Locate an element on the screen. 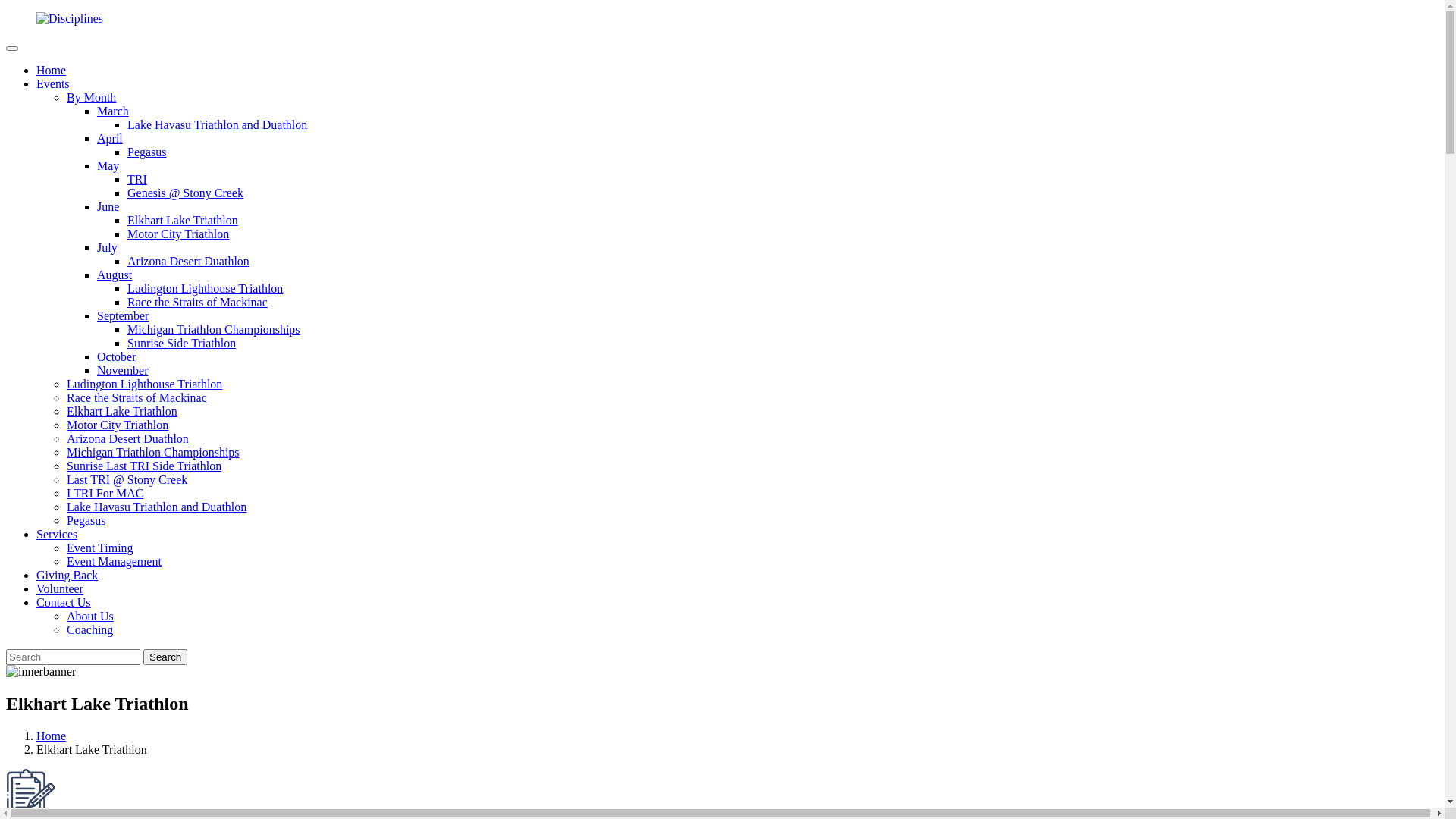 This screenshot has height=819, width=1456. 'By Month' is located at coordinates (90, 97).